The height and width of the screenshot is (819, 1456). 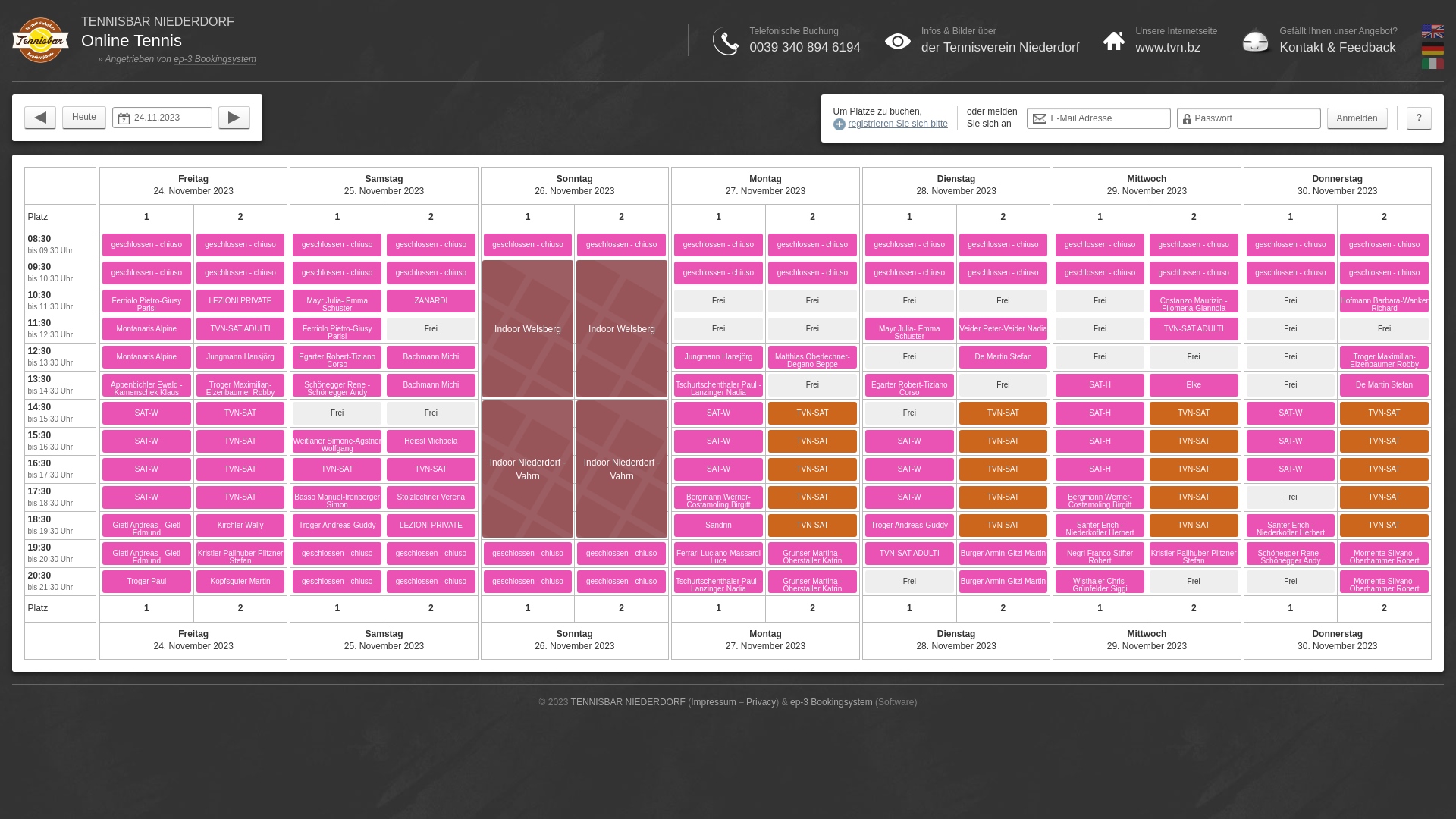 What do you see at coordinates (712, 701) in the screenshot?
I see `'Impressum'` at bounding box center [712, 701].